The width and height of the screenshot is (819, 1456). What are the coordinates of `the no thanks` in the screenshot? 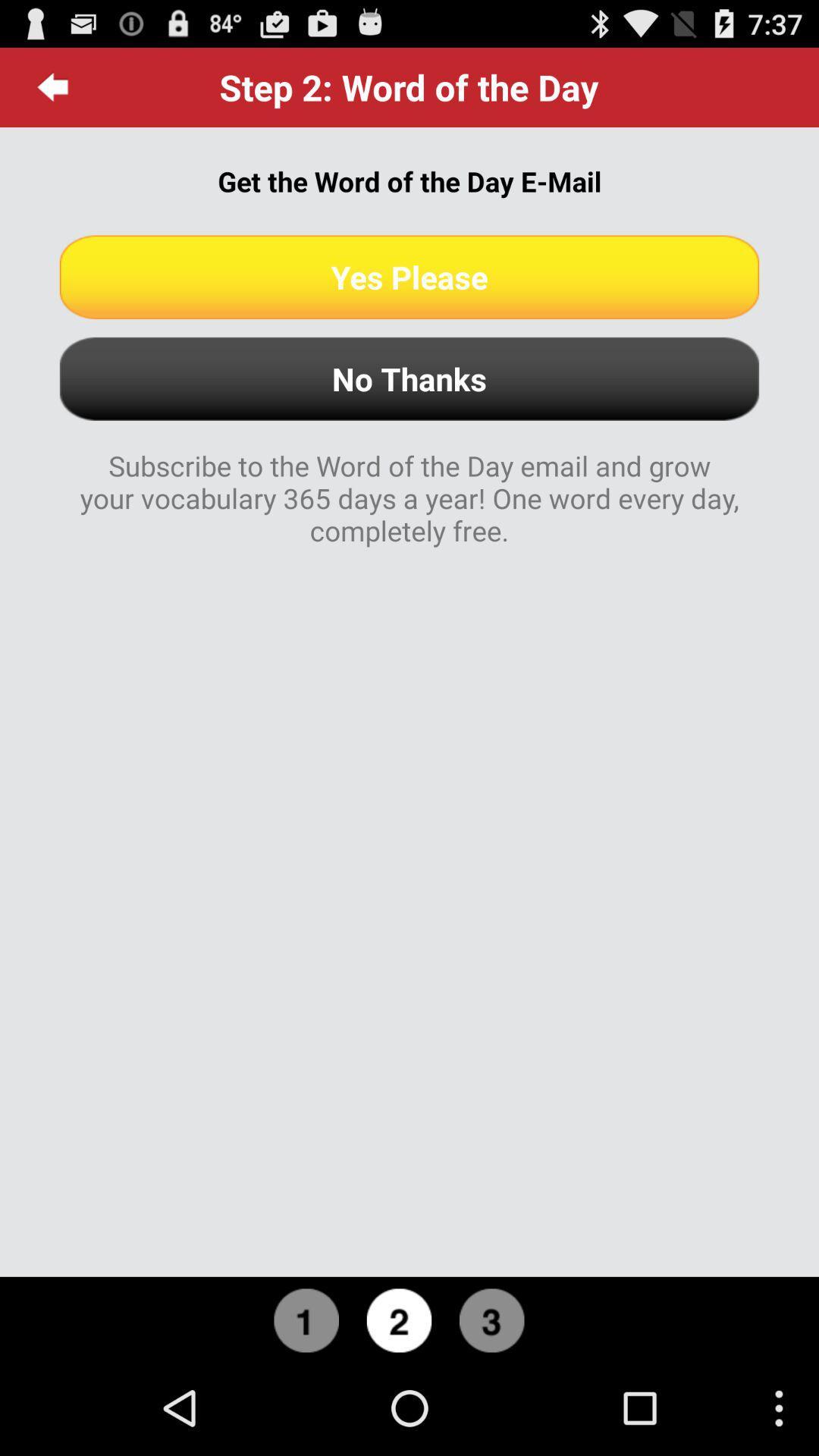 It's located at (409, 378).